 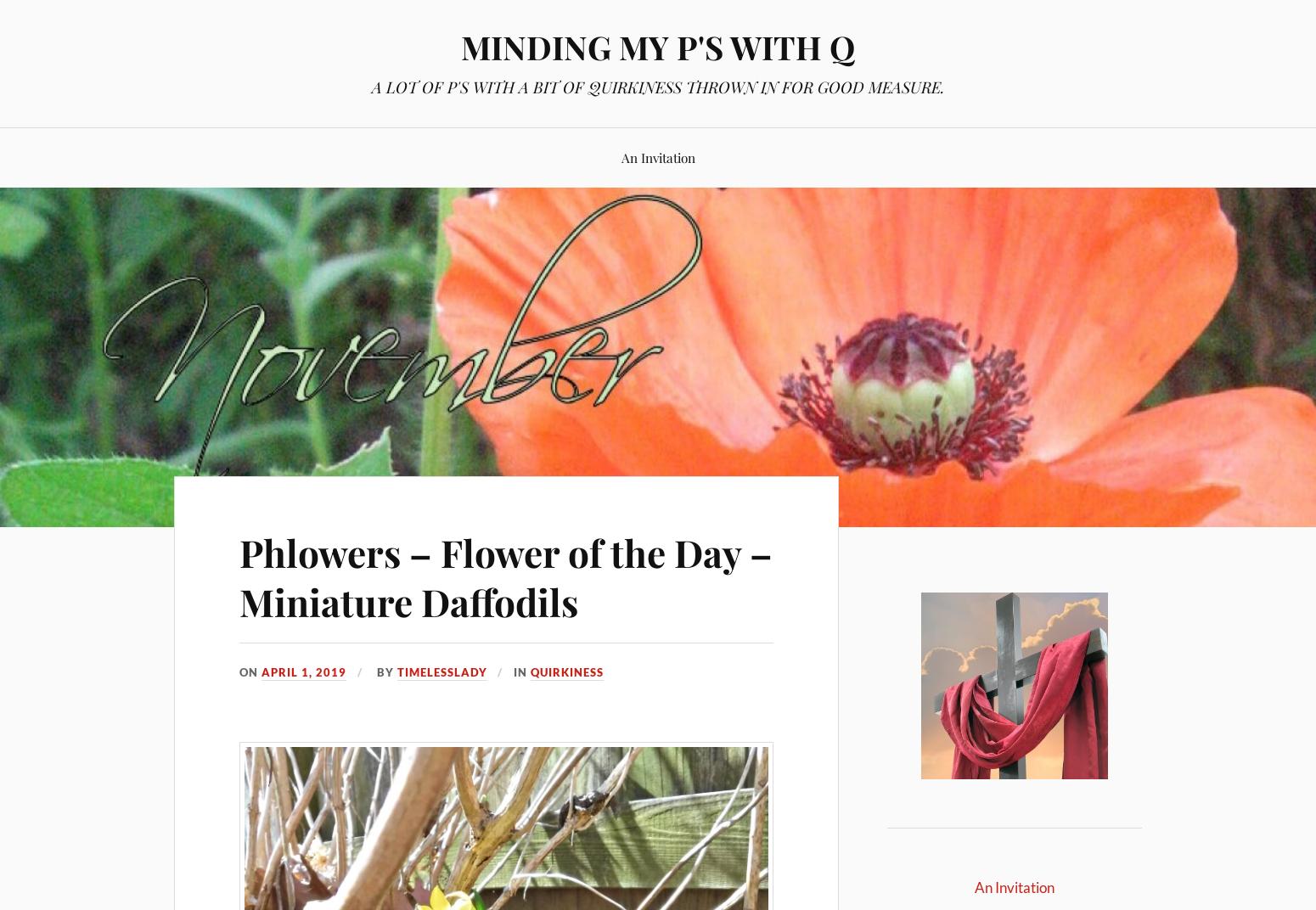 I want to click on 'April 1, 2019', so click(x=303, y=671).